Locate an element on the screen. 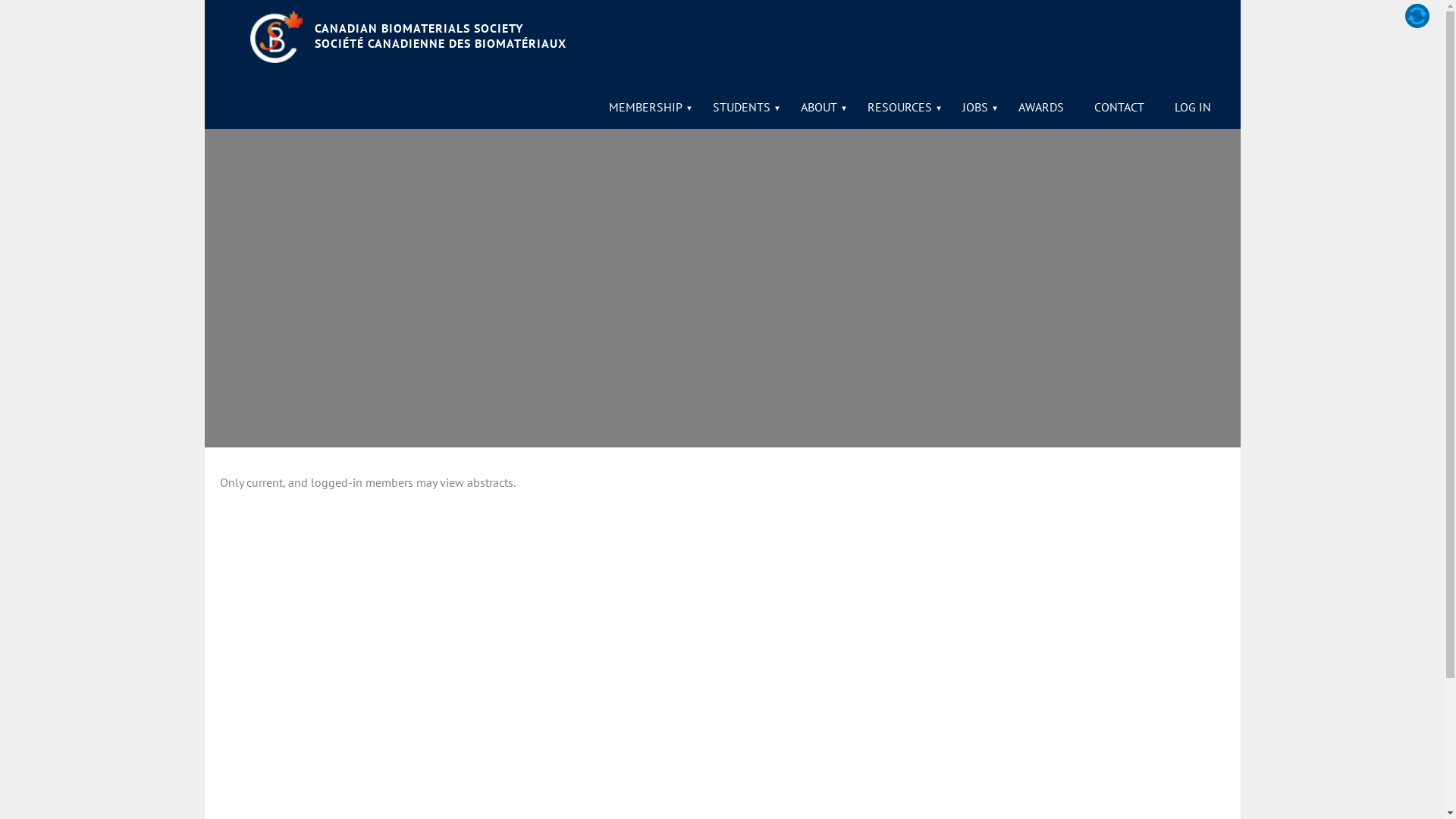  'LOG IN' is located at coordinates (1191, 106).